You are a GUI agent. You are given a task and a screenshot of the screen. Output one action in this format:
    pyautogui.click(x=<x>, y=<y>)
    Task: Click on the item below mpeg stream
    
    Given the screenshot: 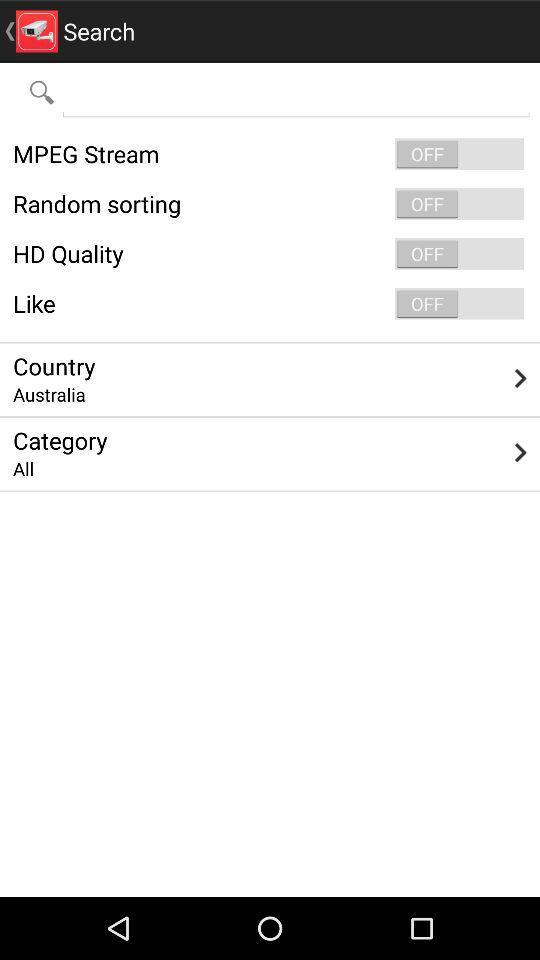 What is the action you would take?
    pyautogui.click(x=270, y=204)
    